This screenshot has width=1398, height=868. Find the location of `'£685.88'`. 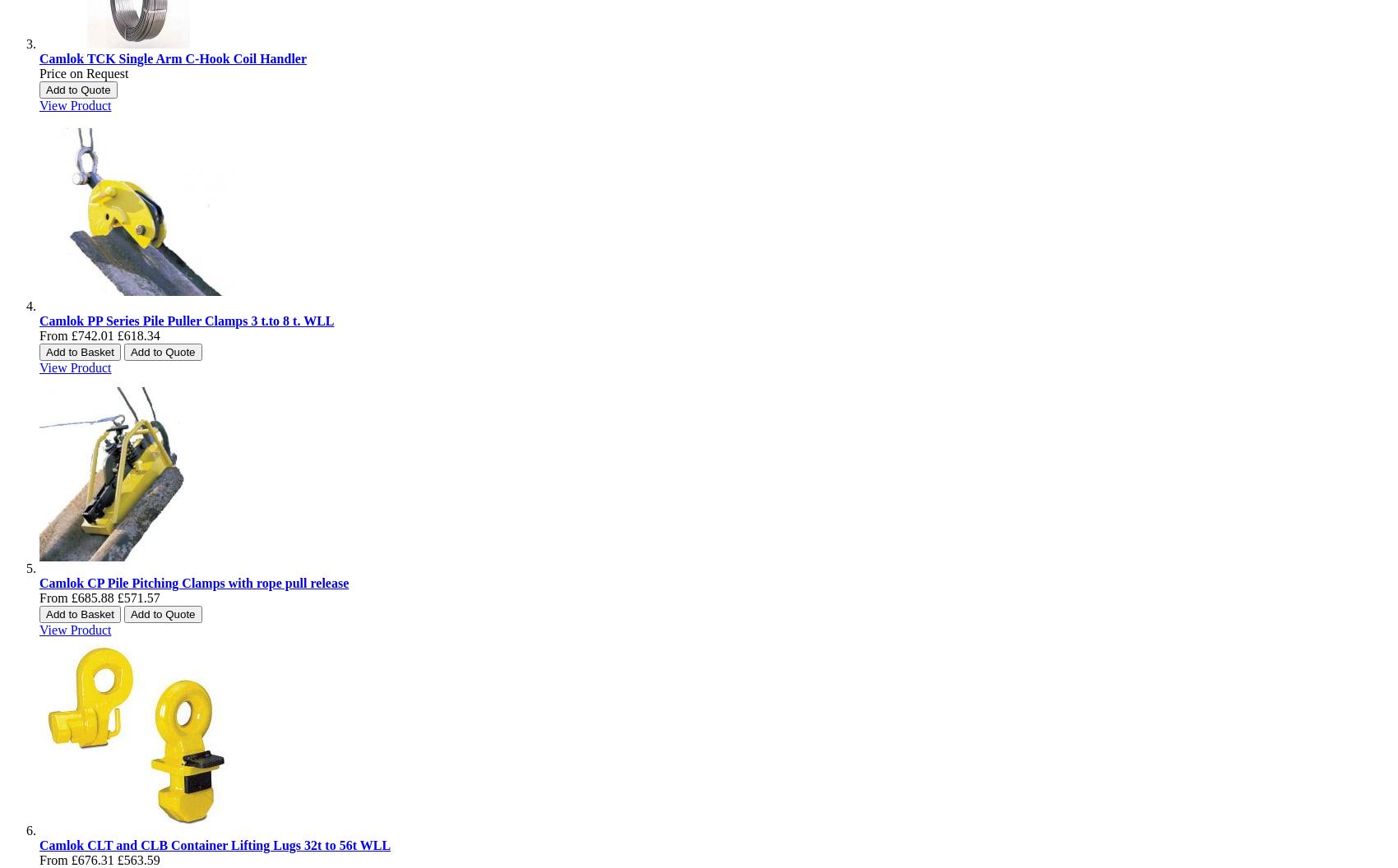

'£685.88' is located at coordinates (91, 597).